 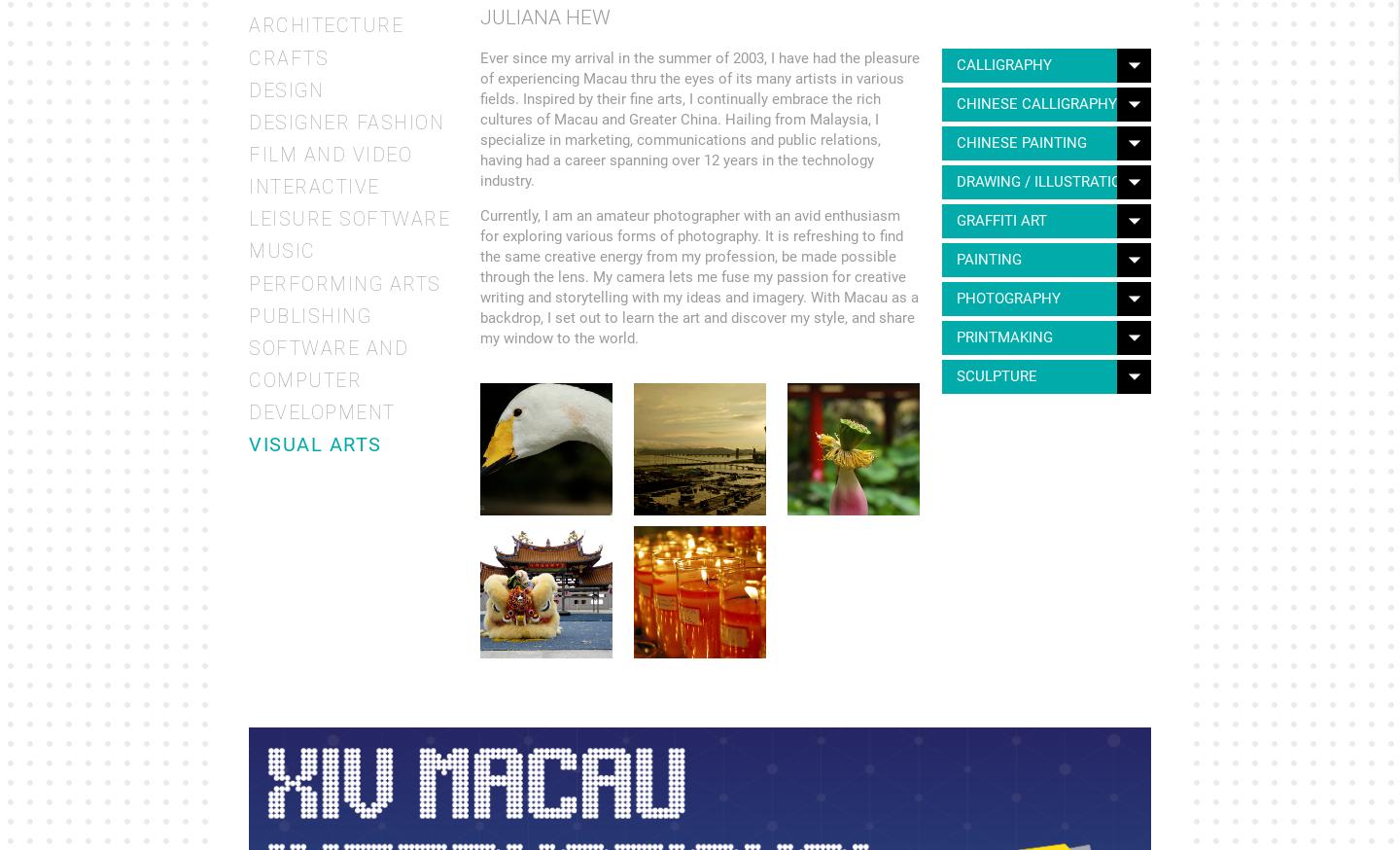 I want to click on 'Performing Arts', so click(x=248, y=283).